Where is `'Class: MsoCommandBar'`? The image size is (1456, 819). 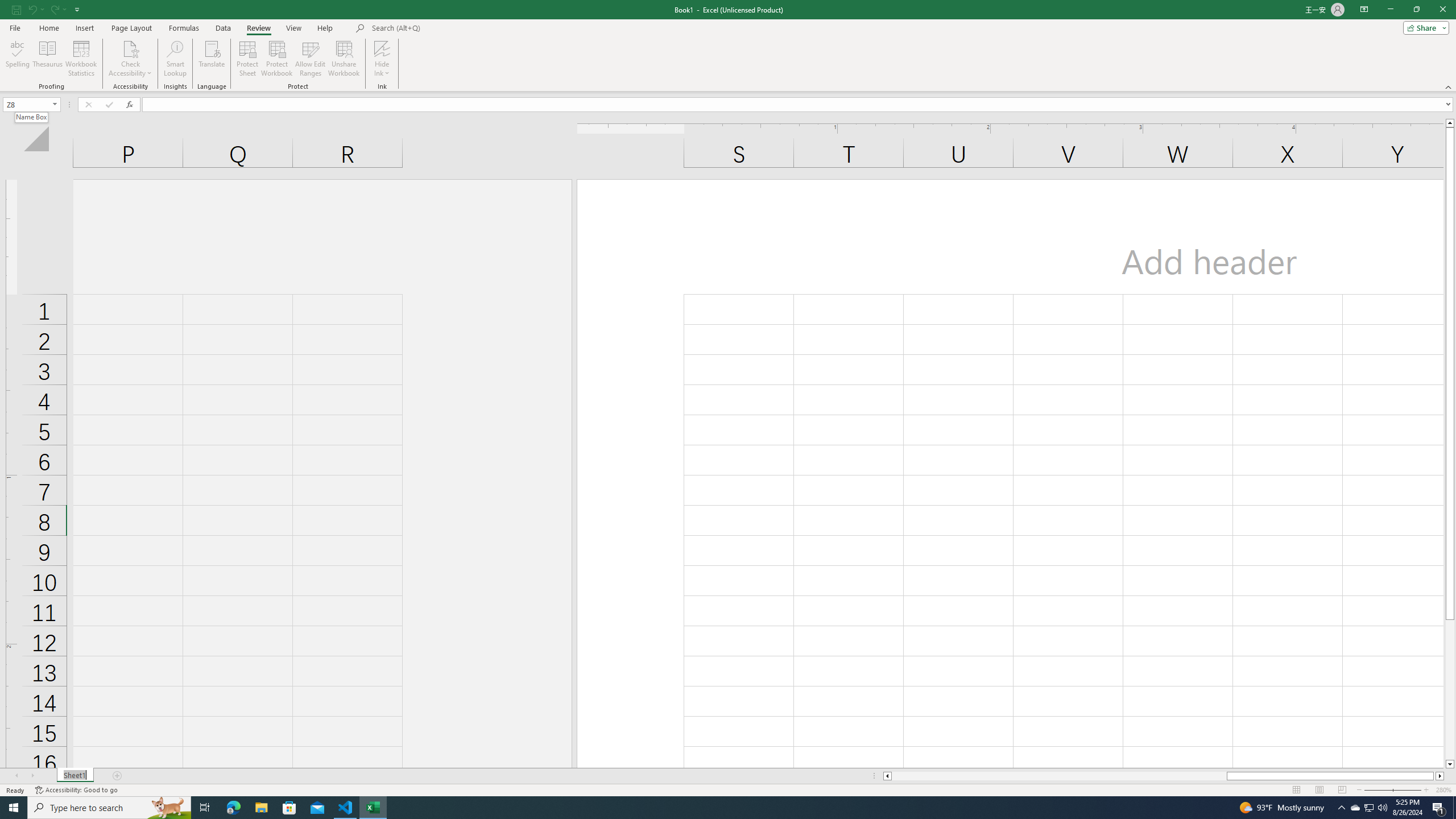 'Class: MsoCommandBar' is located at coordinates (728, 45).